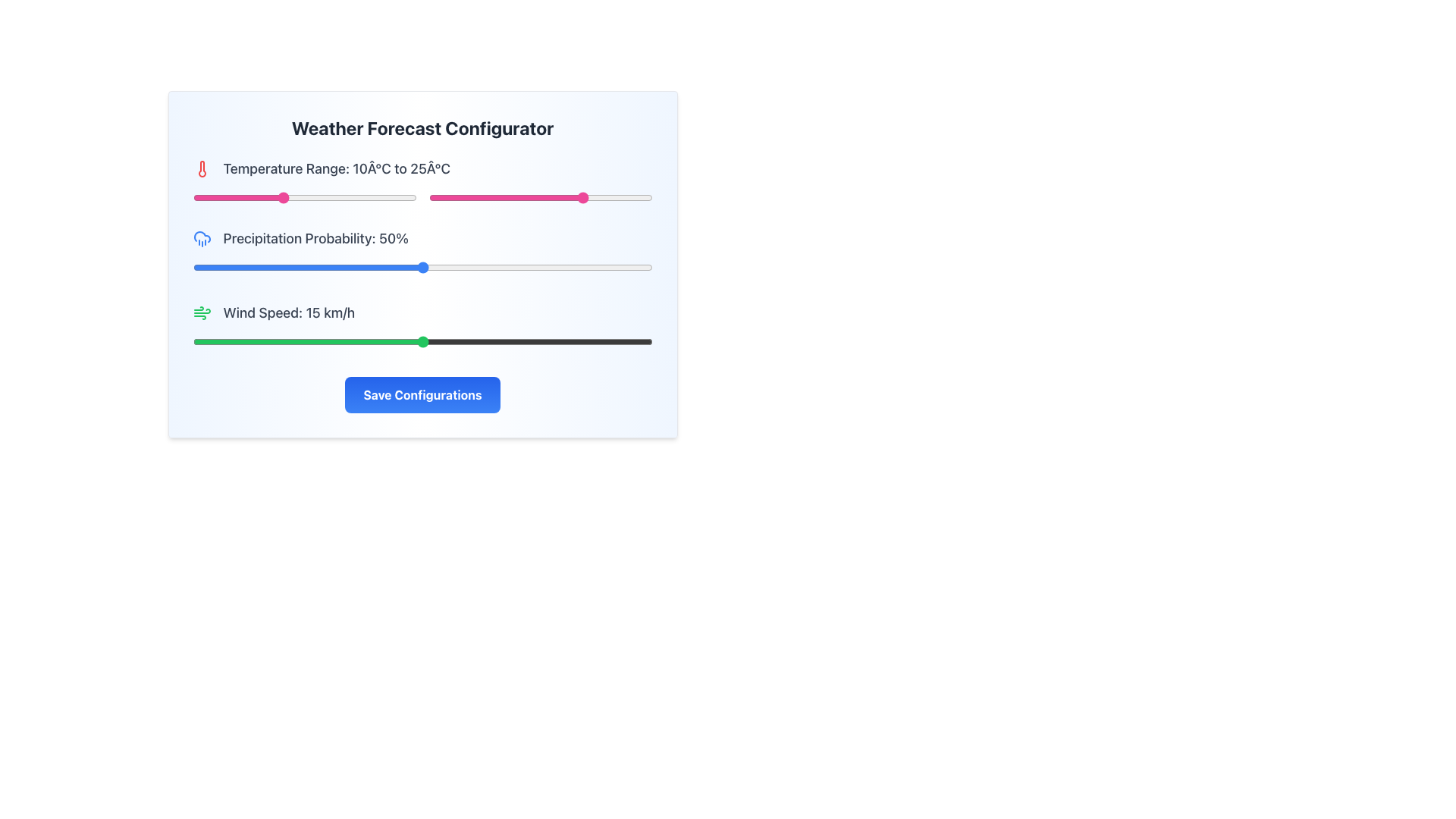  Describe the element at coordinates (241, 197) in the screenshot. I see `the slider value` at that location.